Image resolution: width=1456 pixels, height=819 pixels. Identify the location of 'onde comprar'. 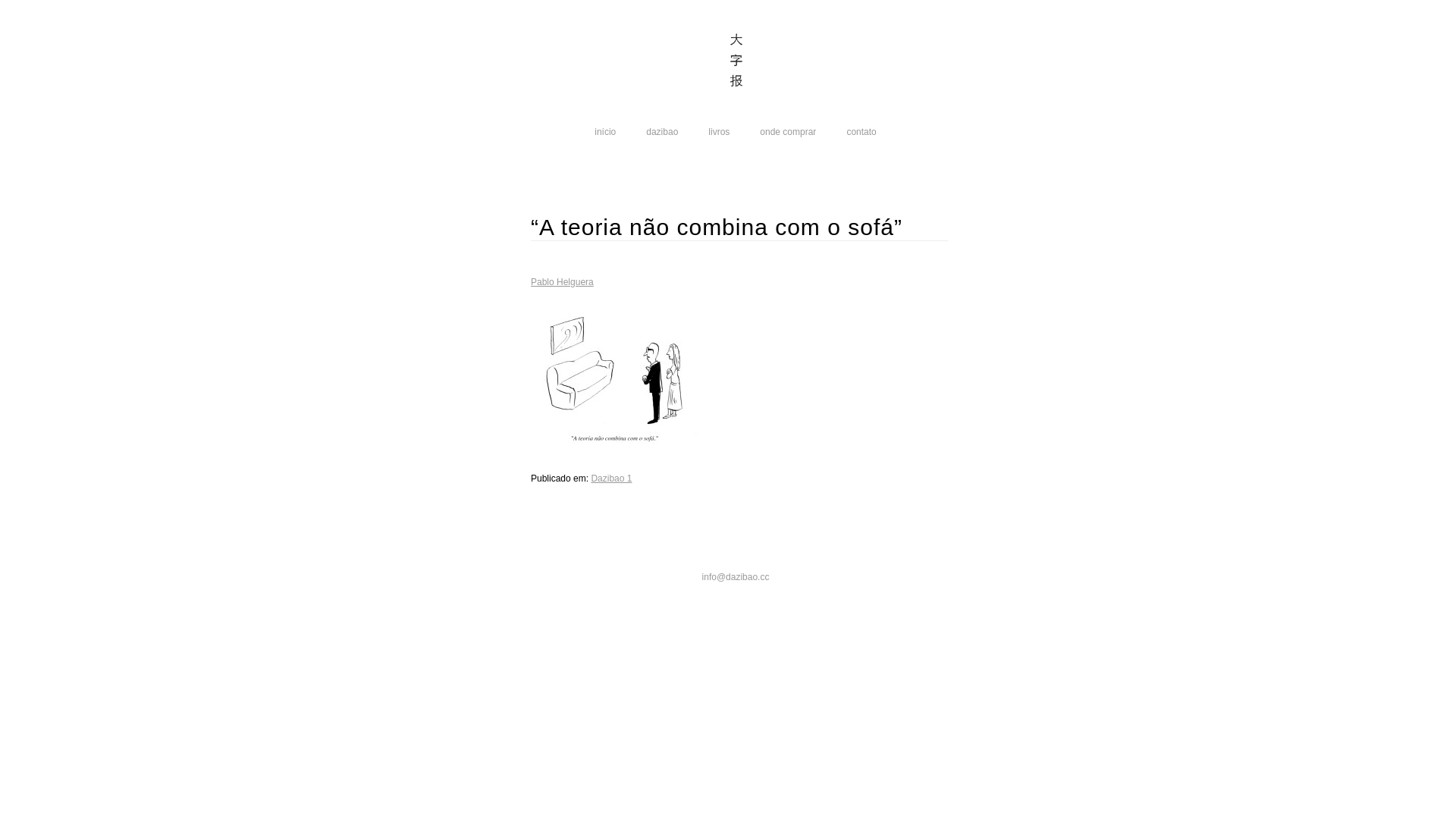
(787, 130).